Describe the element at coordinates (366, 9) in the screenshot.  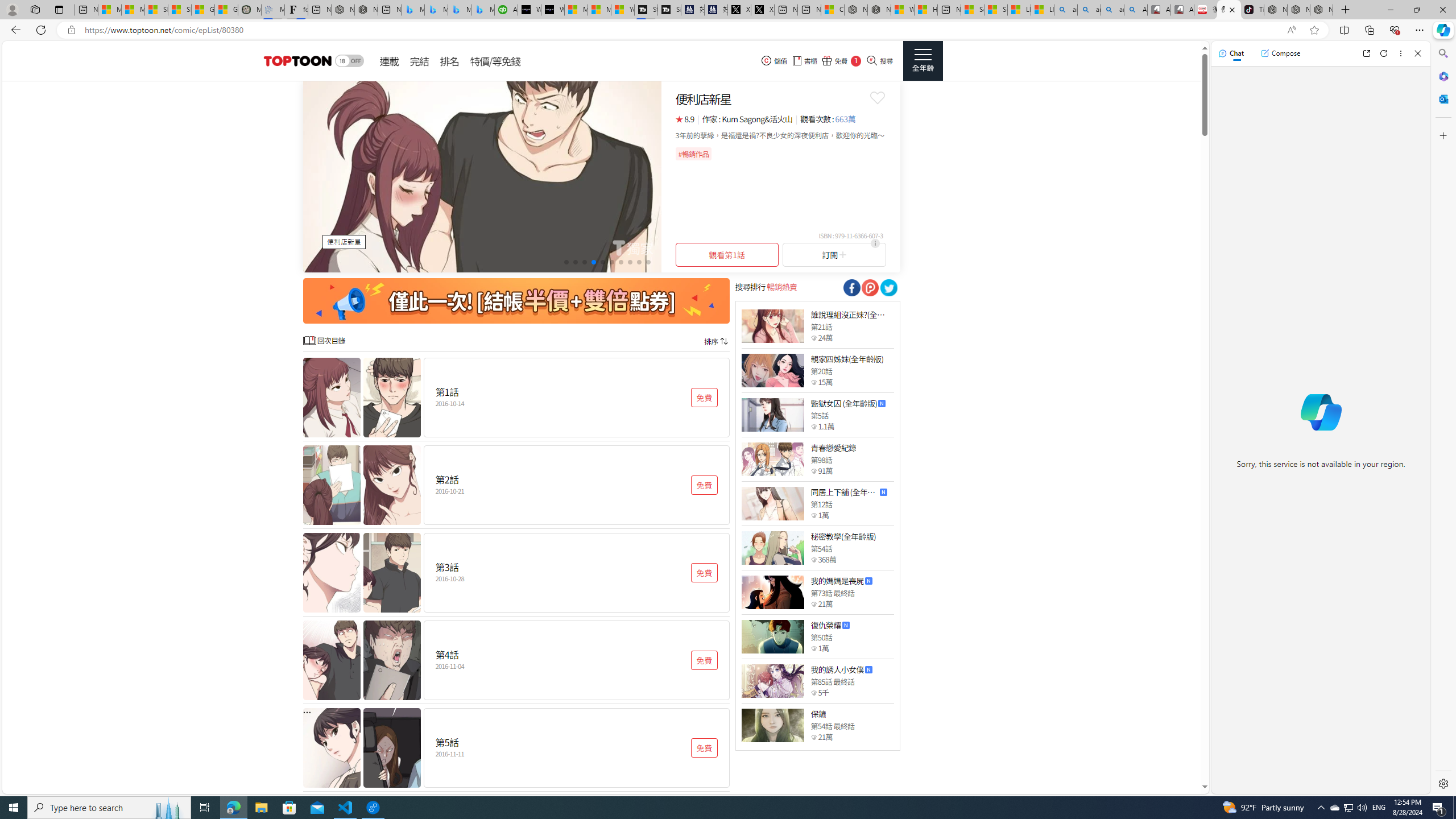
I see `'Nordace - #1 Japanese Best-Seller - Siena Smart Backpack'` at that location.